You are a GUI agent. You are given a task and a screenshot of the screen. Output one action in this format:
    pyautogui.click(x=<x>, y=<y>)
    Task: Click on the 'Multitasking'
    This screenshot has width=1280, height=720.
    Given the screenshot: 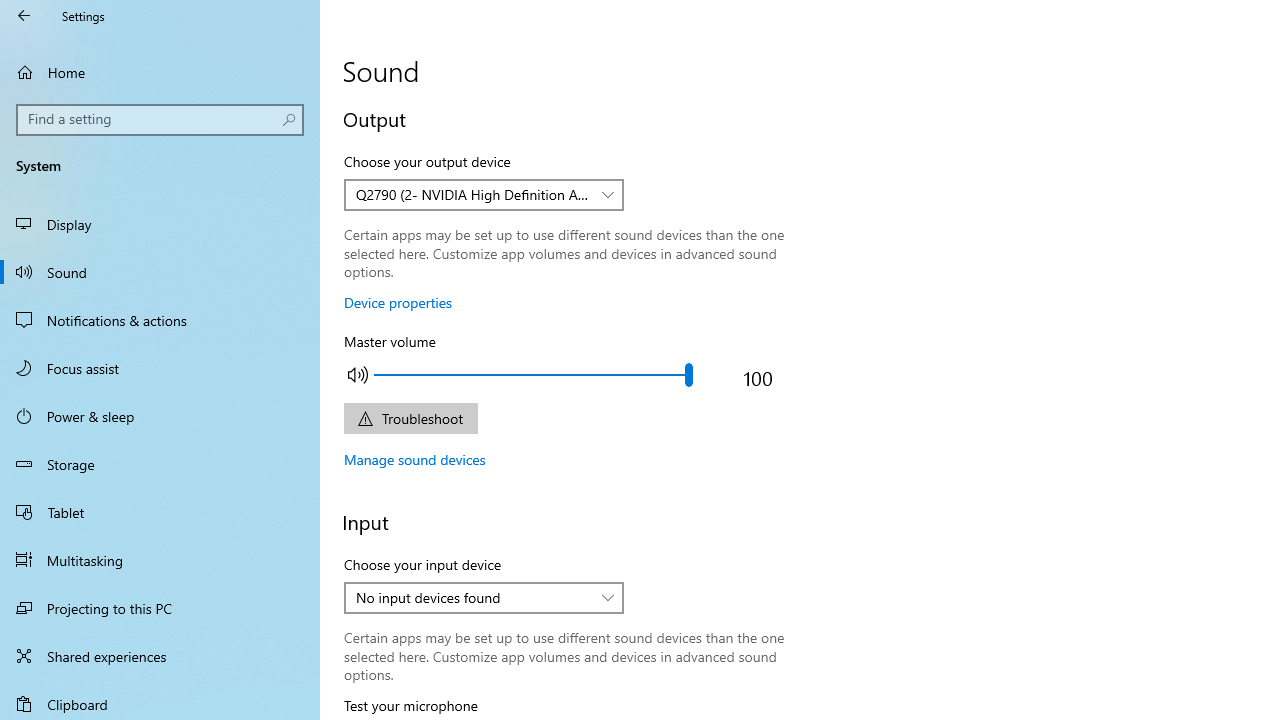 What is the action you would take?
    pyautogui.click(x=160, y=559)
    